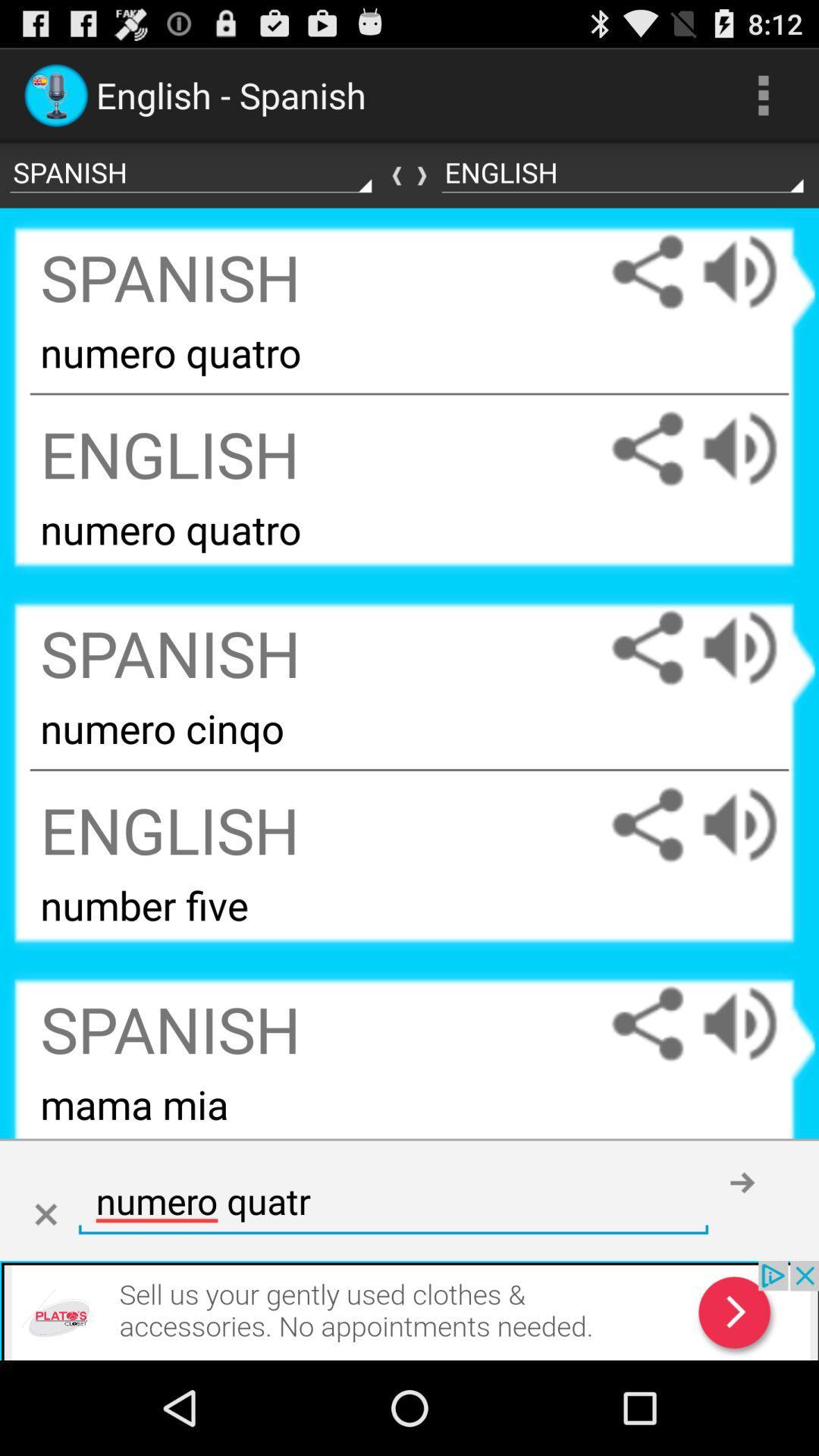 The image size is (819, 1456). I want to click on revert languages, so click(409, 175).